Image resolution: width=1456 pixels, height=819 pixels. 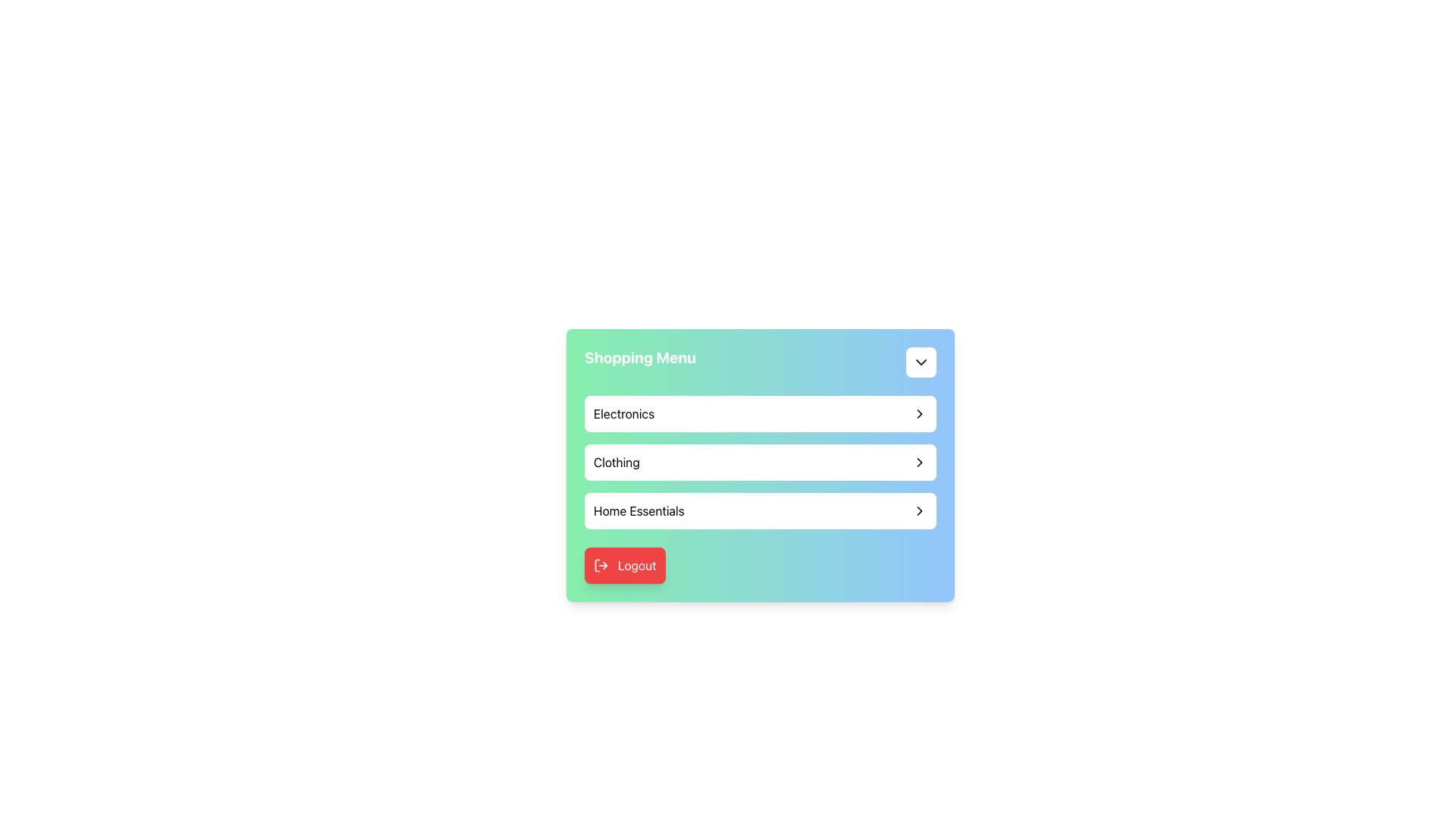 I want to click on the right-pointing chevron icon within the 'Clothing' menu, so click(x=919, y=461).